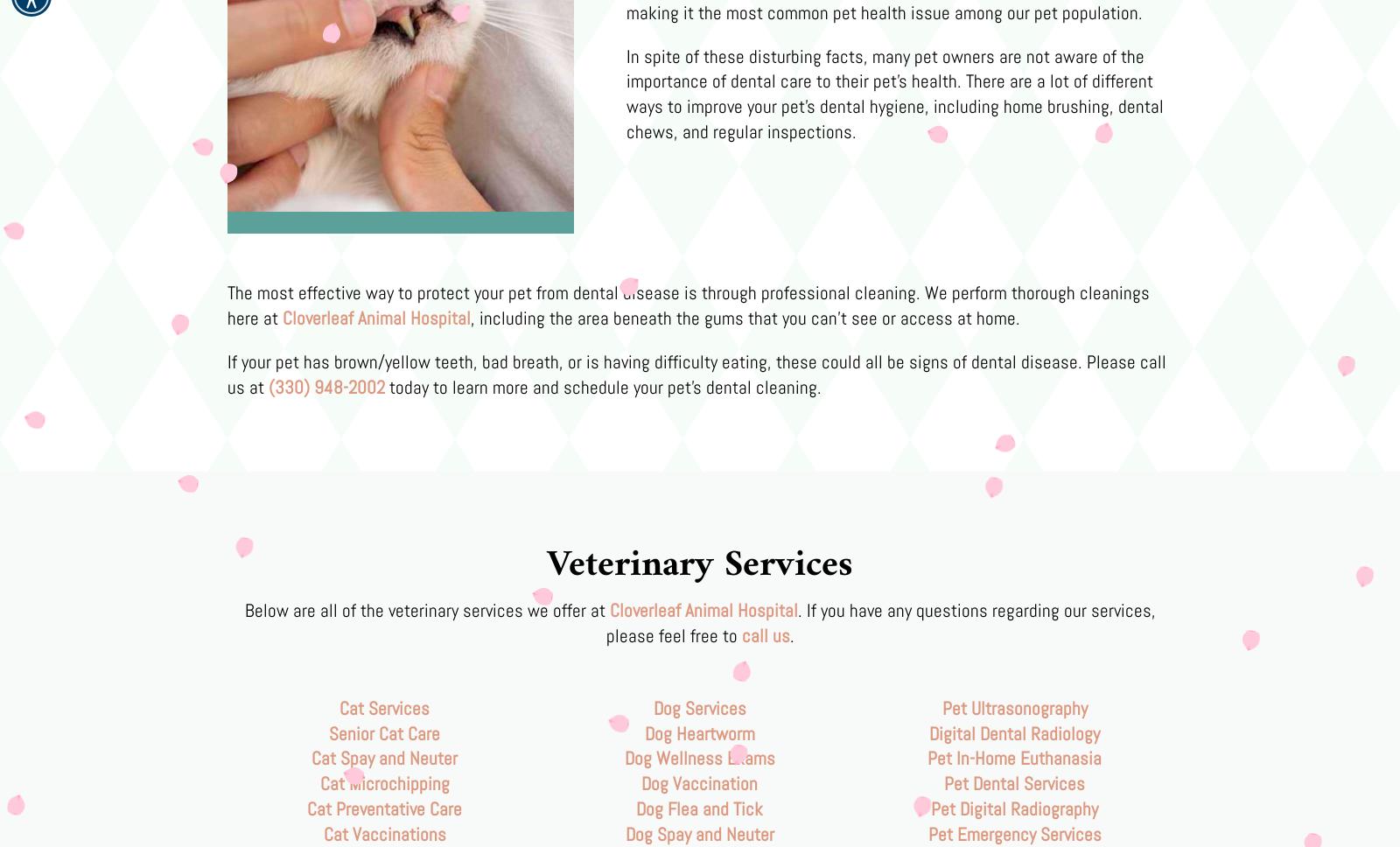 This screenshot has height=847, width=1400. What do you see at coordinates (689, 304) in the screenshot?
I see `'The most effective way to protect your pet from dental disease is through professional cleaning. We perform thorough cleanings here at'` at bounding box center [689, 304].